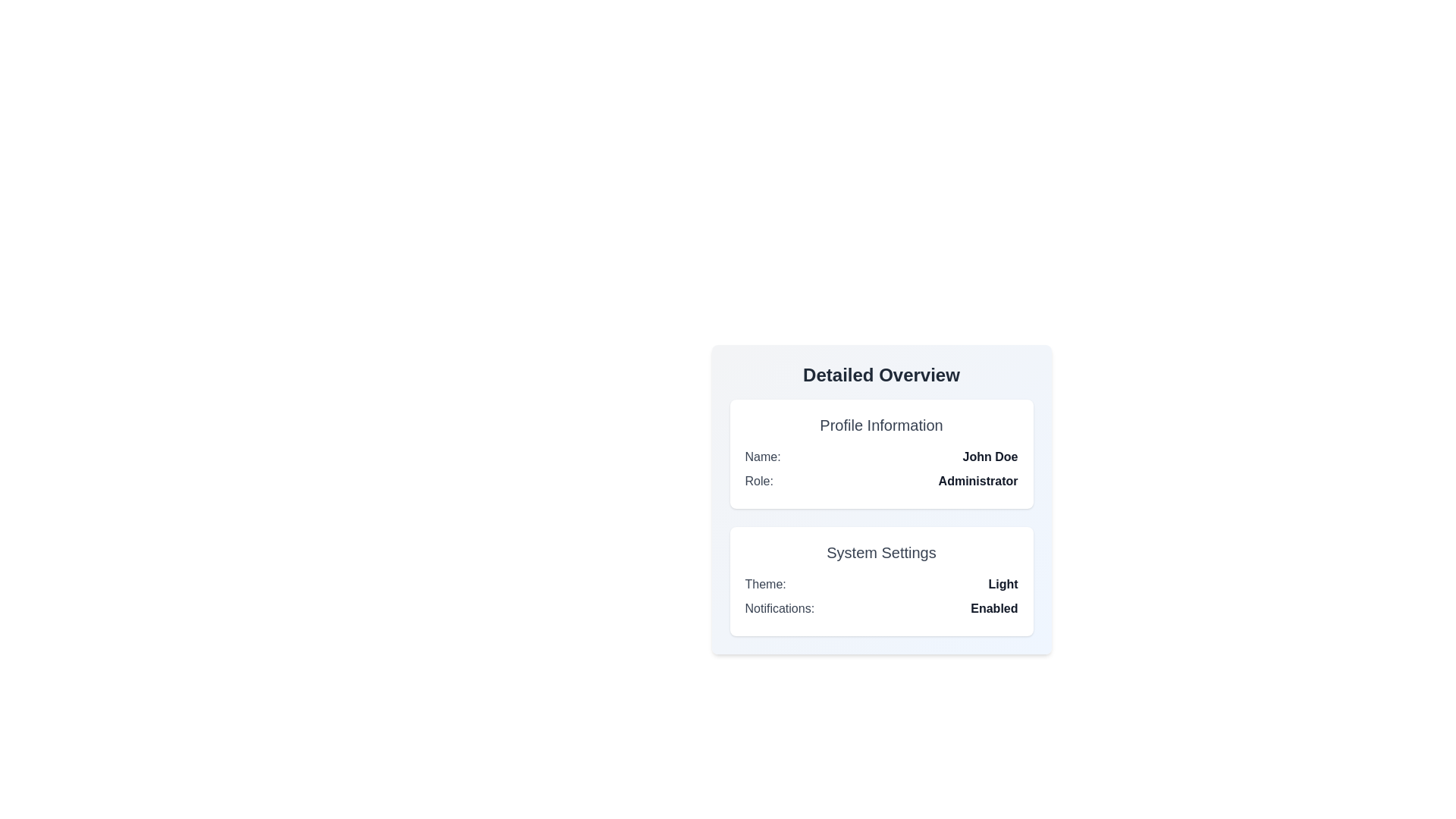 This screenshot has height=819, width=1456. What do you see at coordinates (881, 425) in the screenshot?
I see `the header text label that serves as the title for the user details section, positioned centrally at the top of the card above 'Name: John Doe' and 'Role: Administrator'` at bounding box center [881, 425].